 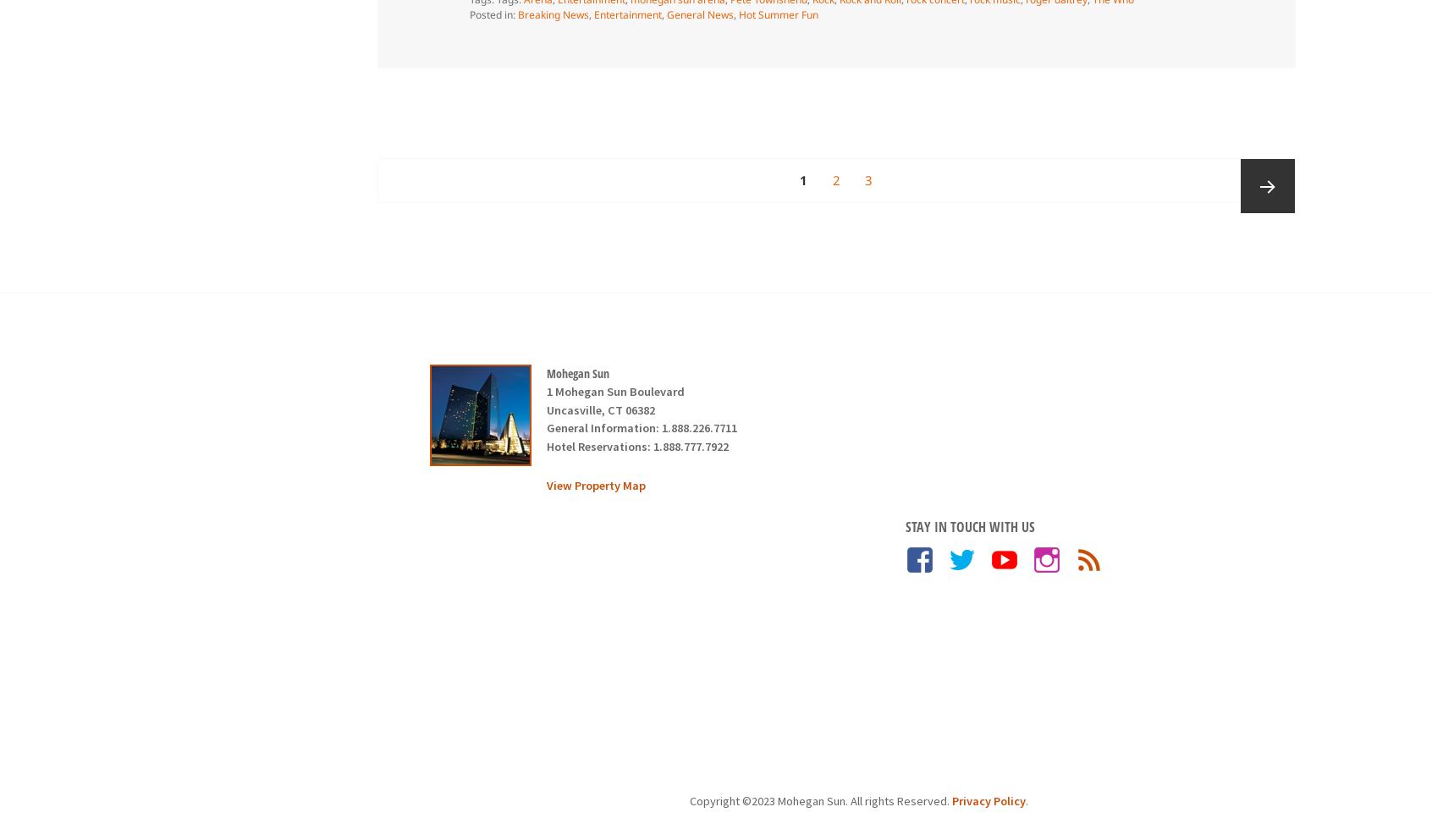 What do you see at coordinates (699, 14) in the screenshot?
I see `'General News'` at bounding box center [699, 14].